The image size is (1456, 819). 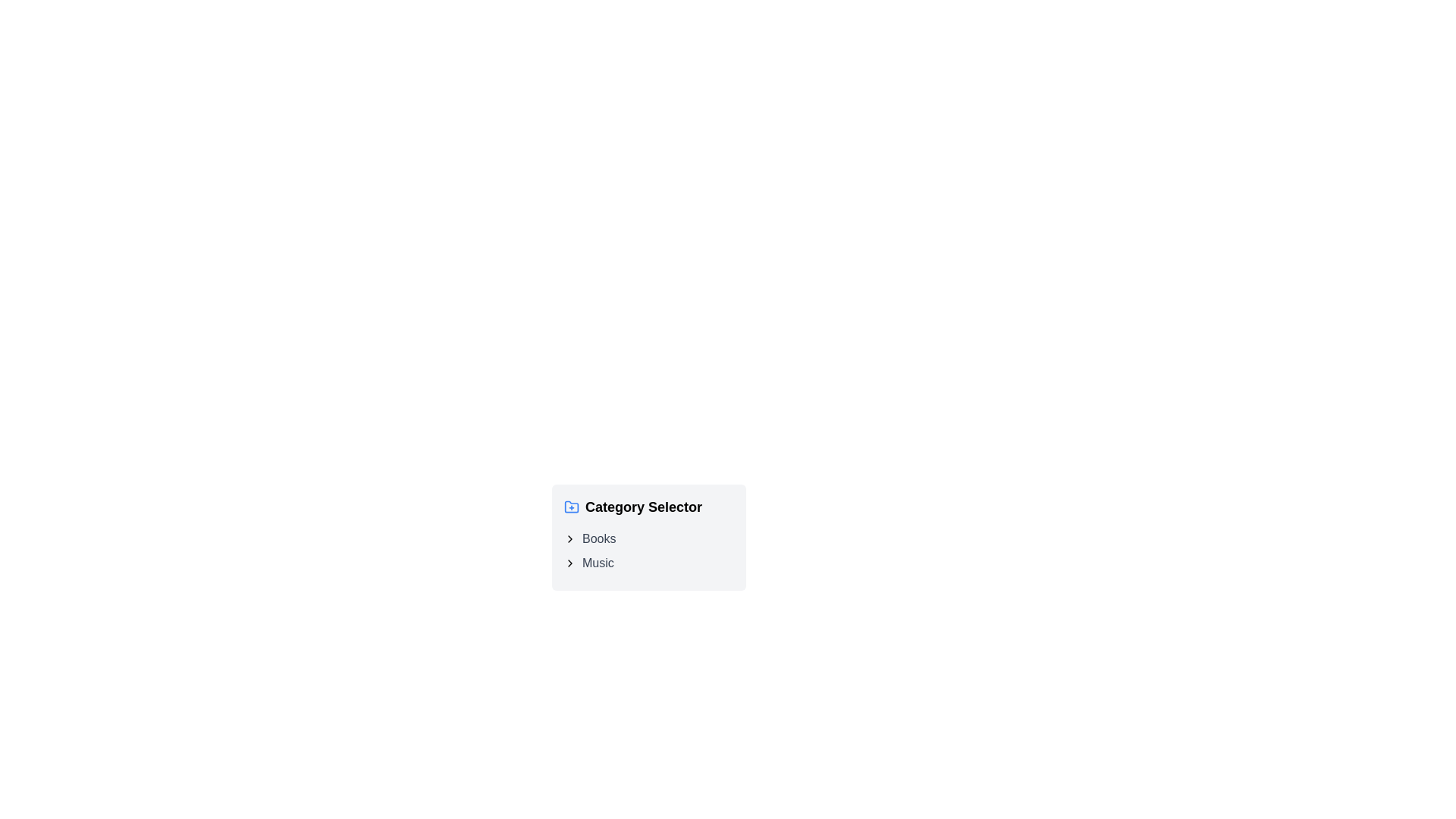 I want to click on the blue folder icon with a plus sign located next to the text 'Category Selector' to initiate a category-related action, so click(x=570, y=506).